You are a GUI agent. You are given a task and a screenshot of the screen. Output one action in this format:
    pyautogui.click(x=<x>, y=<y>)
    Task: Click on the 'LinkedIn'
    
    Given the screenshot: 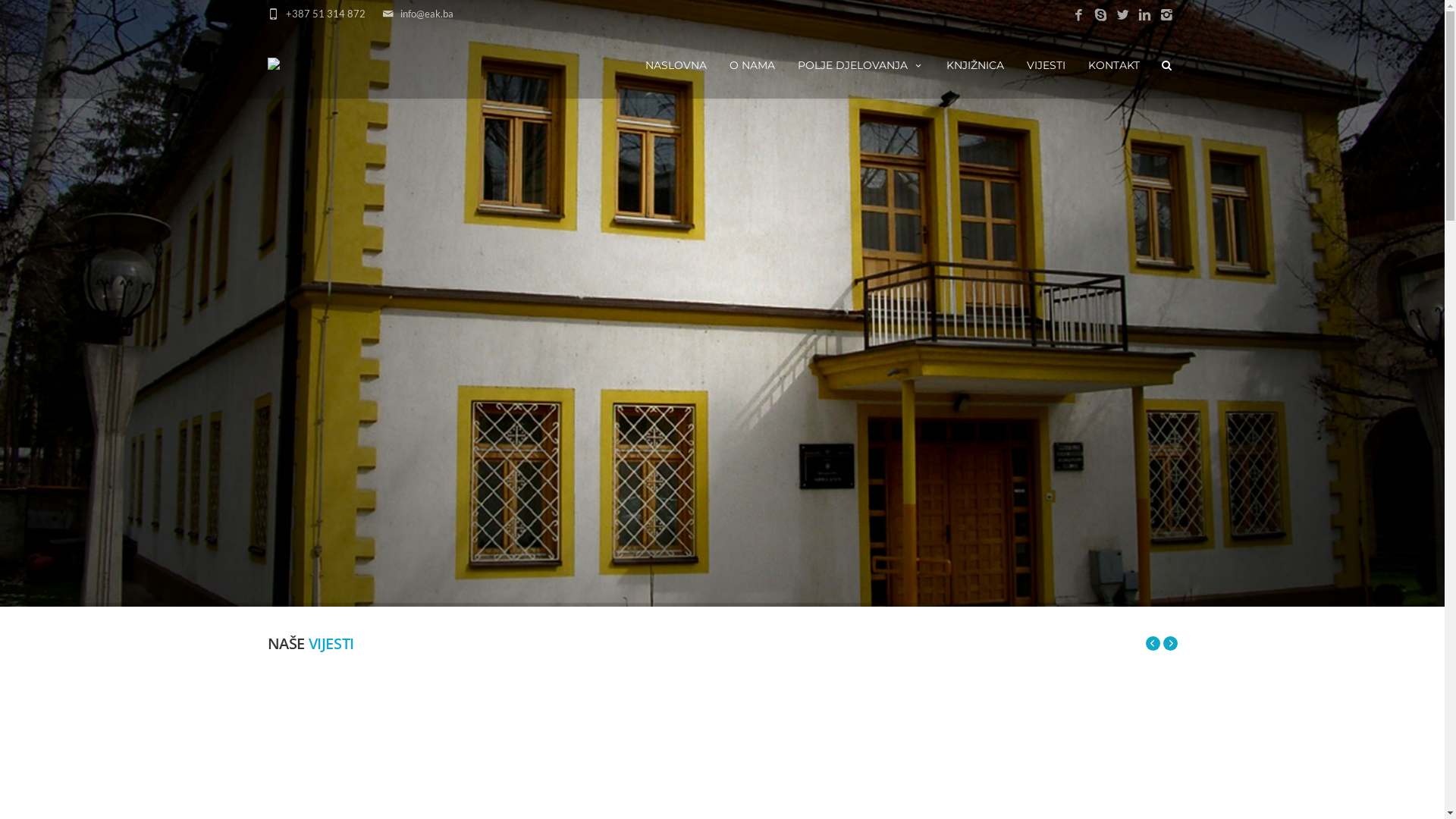 What is the action you would take?
    pyautogui.click(x=1144, y=15)
    